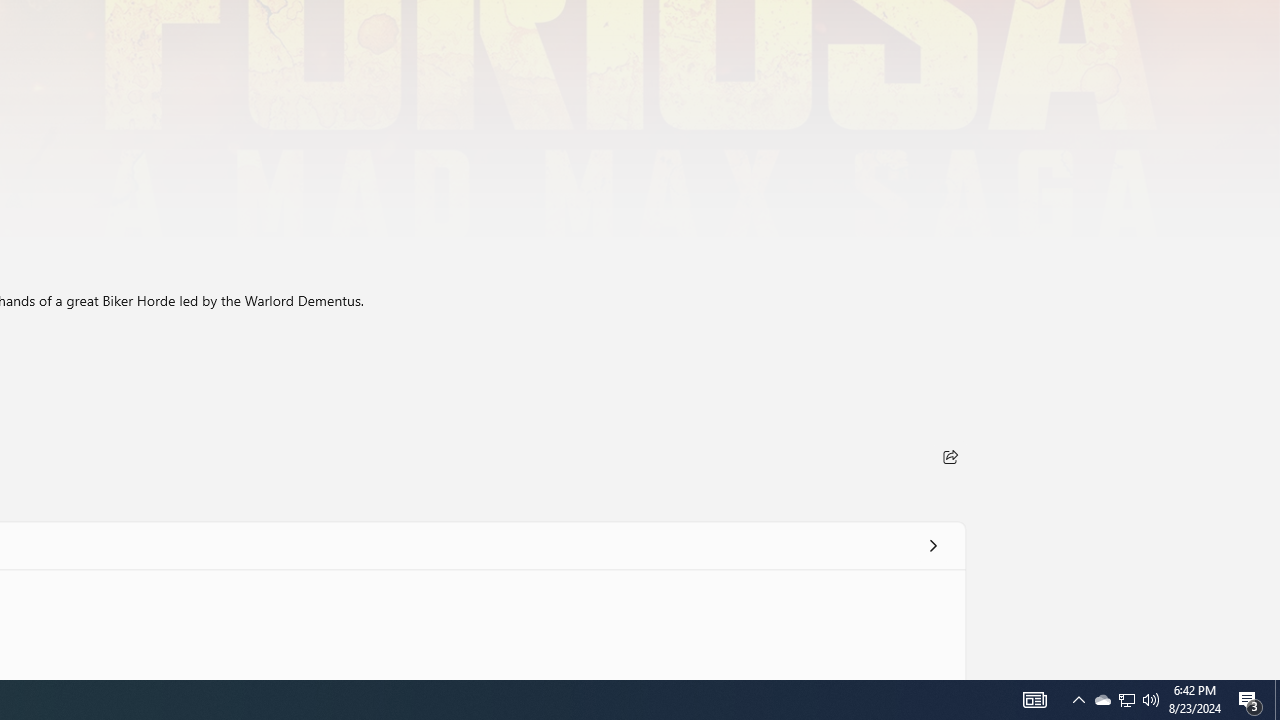  Describe the element at coordinates (1271, 672) in the screenshot. I see `'Vertical Small Increase'` at that location.